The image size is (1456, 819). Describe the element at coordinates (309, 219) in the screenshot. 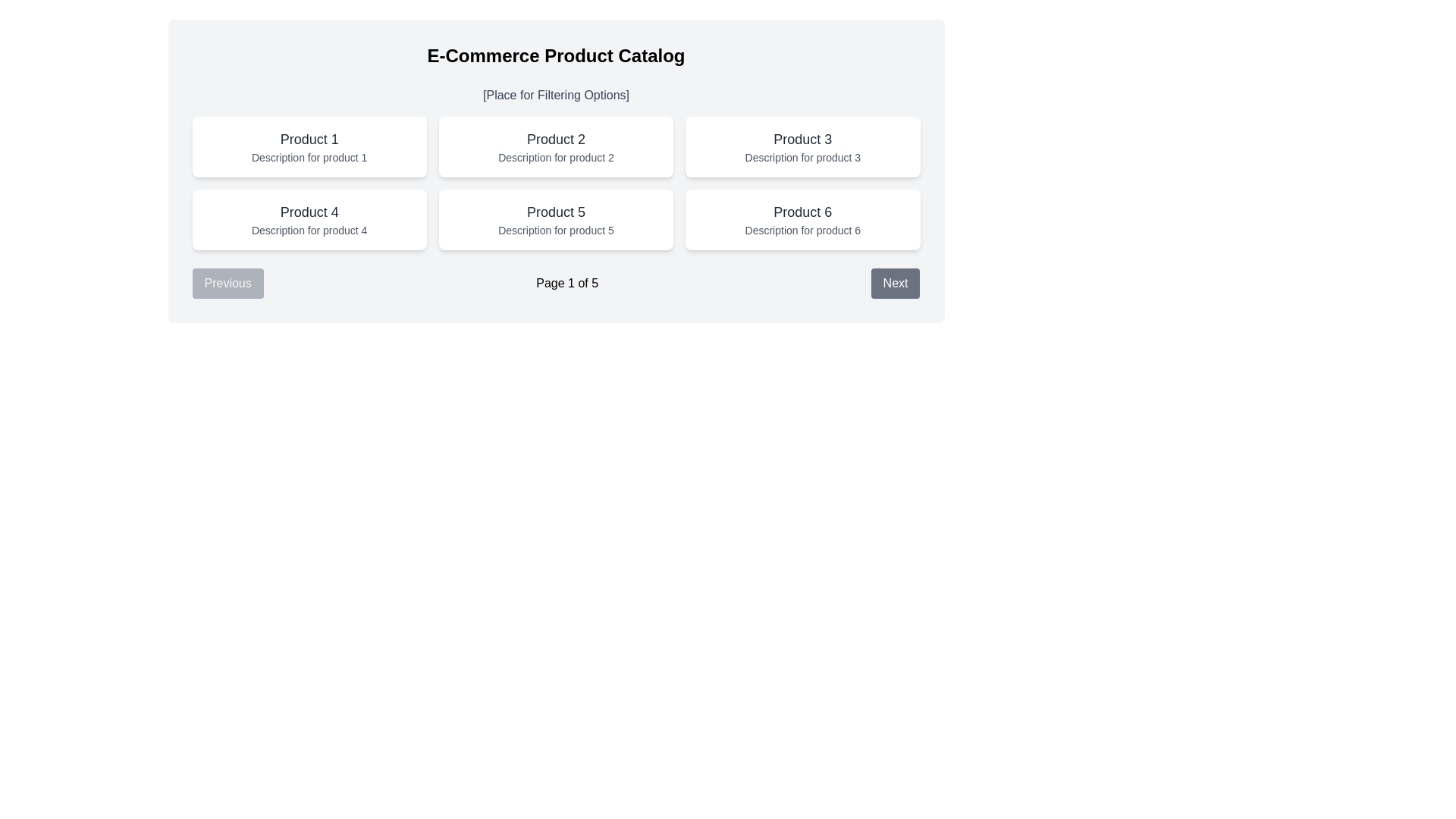

I see `the Informational card titled 'Product 4'` at that location.